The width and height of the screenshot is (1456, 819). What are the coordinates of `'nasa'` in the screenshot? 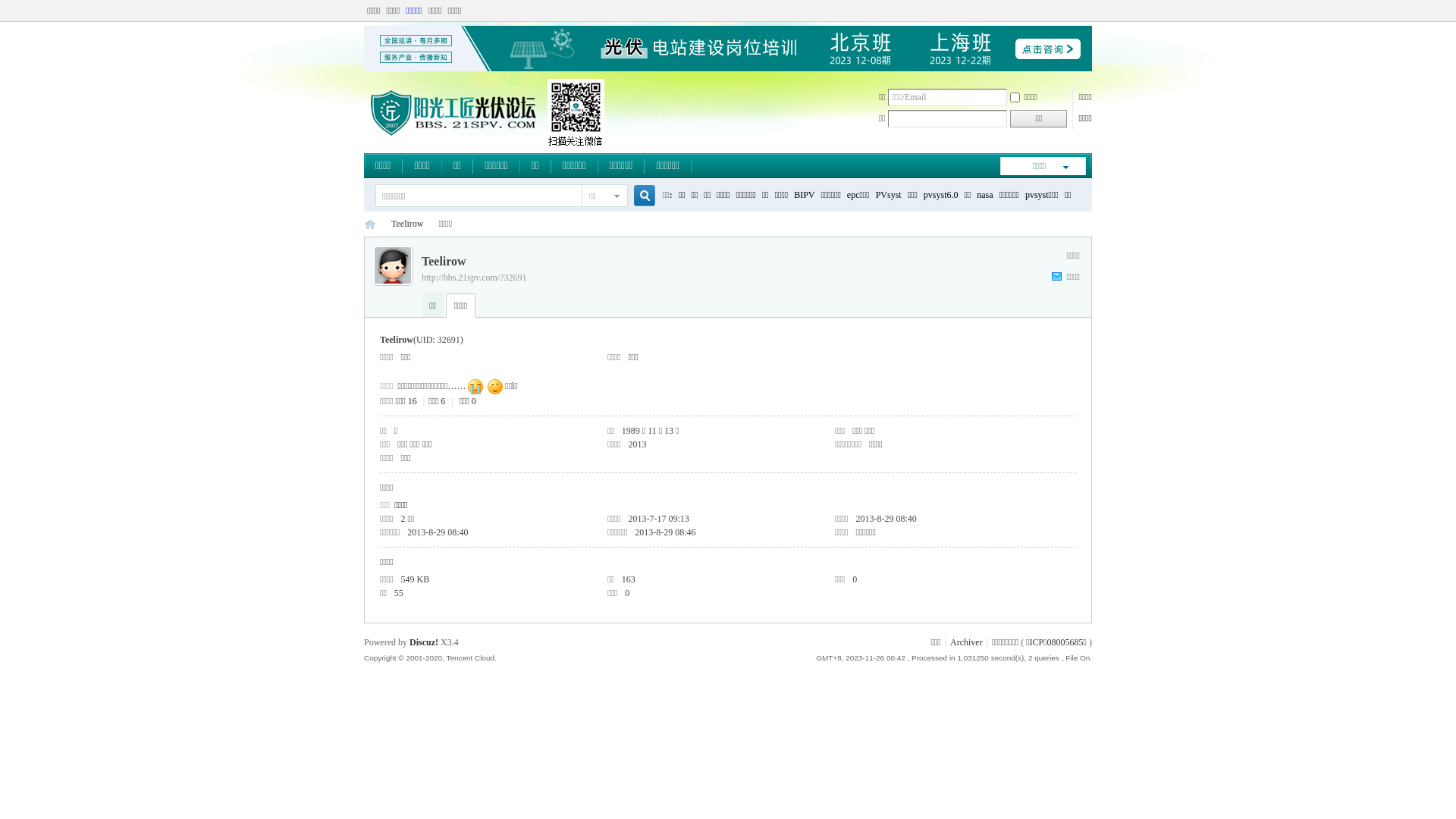 It's located at (984, 194).